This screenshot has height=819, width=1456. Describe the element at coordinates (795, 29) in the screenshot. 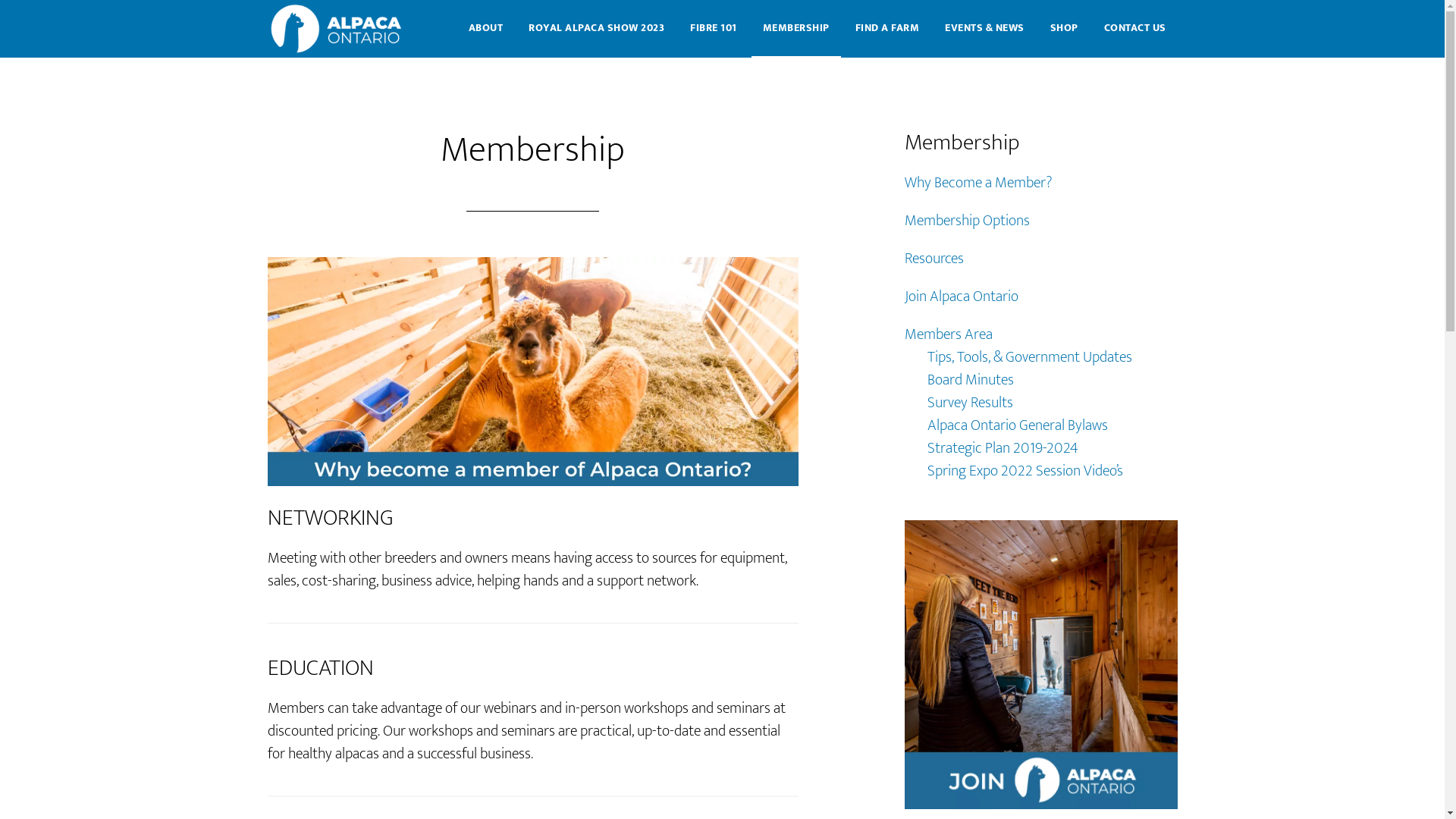

I see `'MEMBERSHIP'` at that location.